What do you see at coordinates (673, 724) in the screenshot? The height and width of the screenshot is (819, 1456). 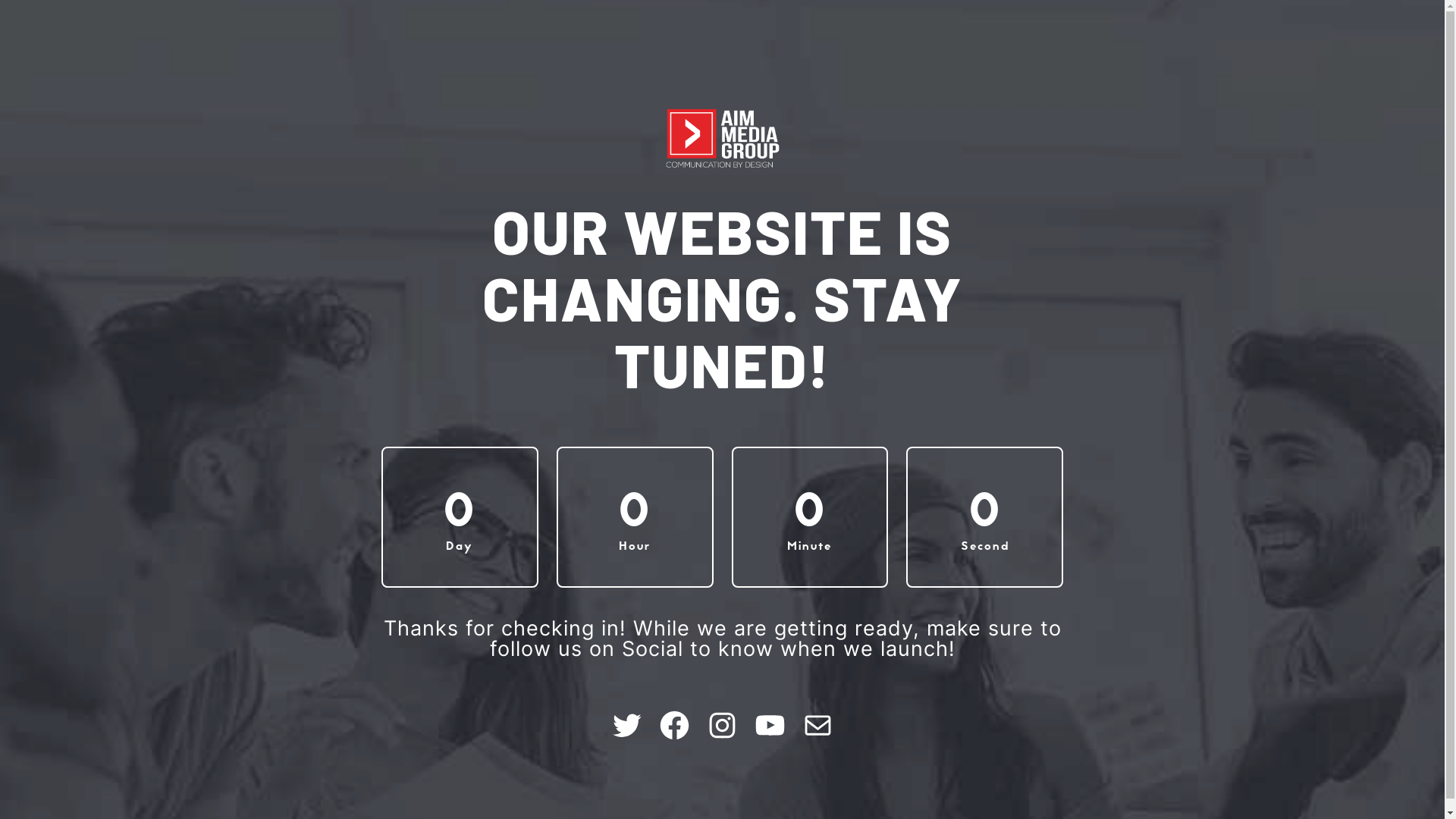 I see `'Facebook'` at bounding box center [673, 724].